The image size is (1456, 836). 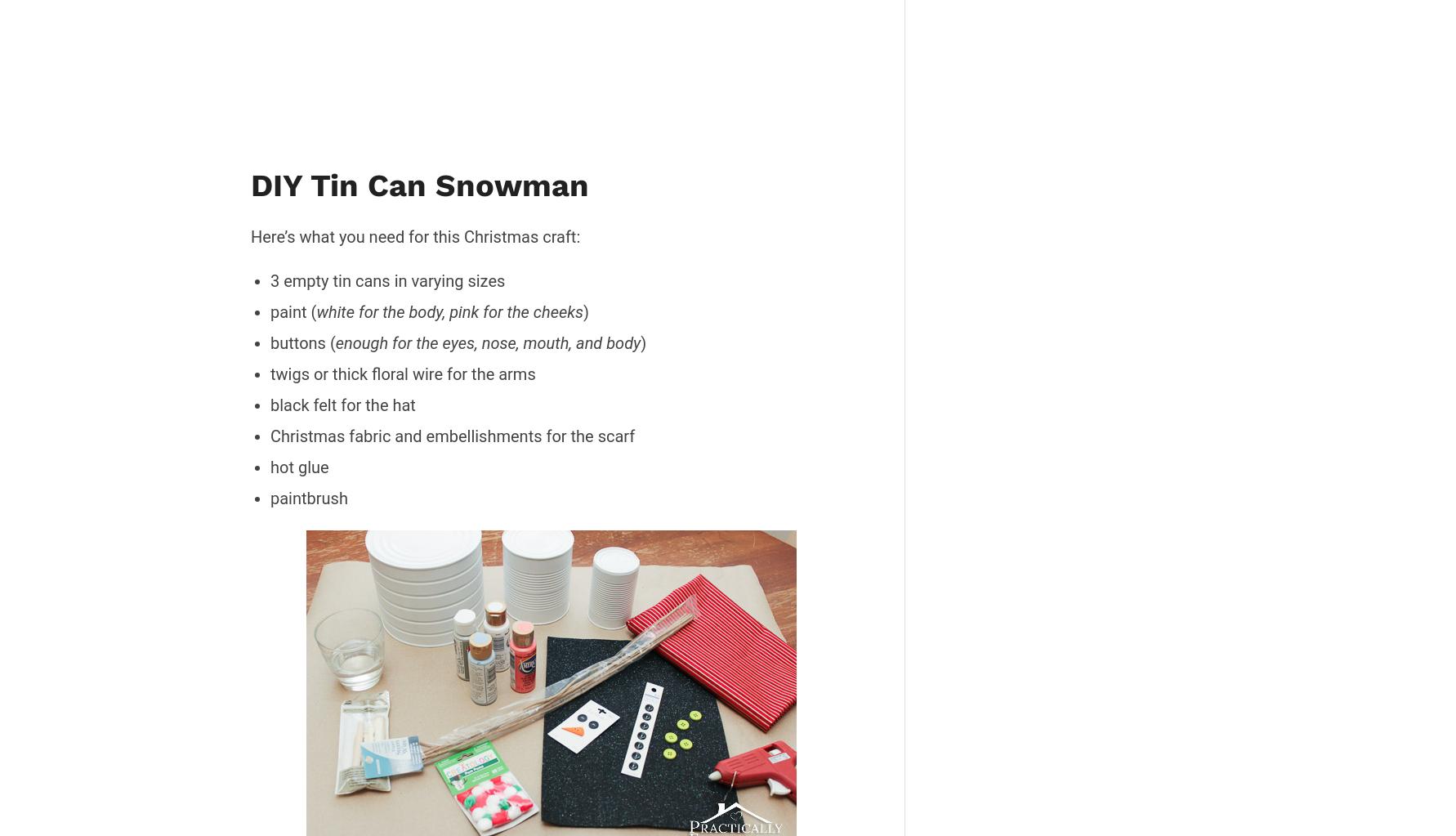 I want to click on 'Christmas fabric and embellishments for the scarf', so click(x=269, y=434).